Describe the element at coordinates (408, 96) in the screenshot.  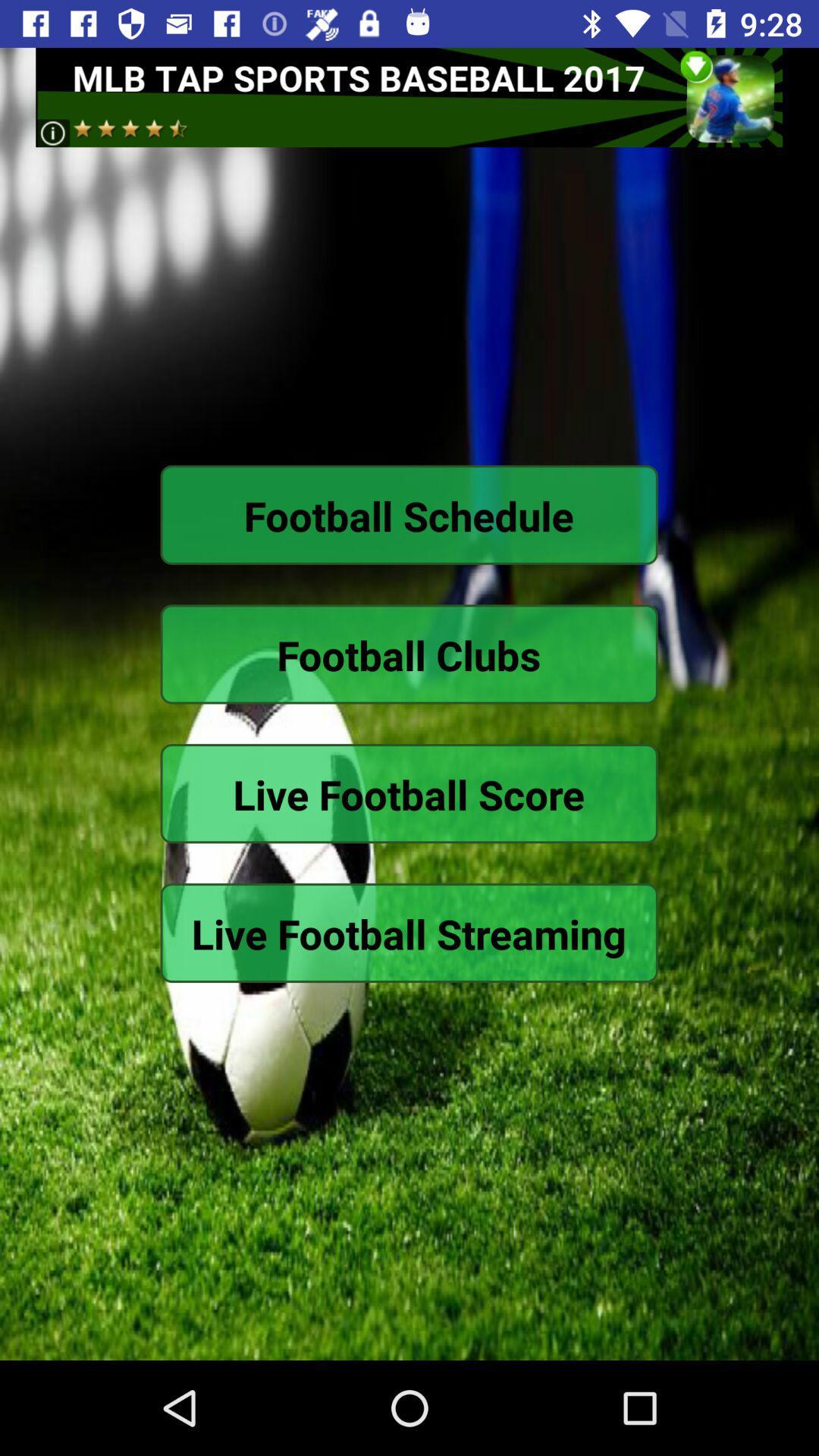
I see `advertisement` at that location.